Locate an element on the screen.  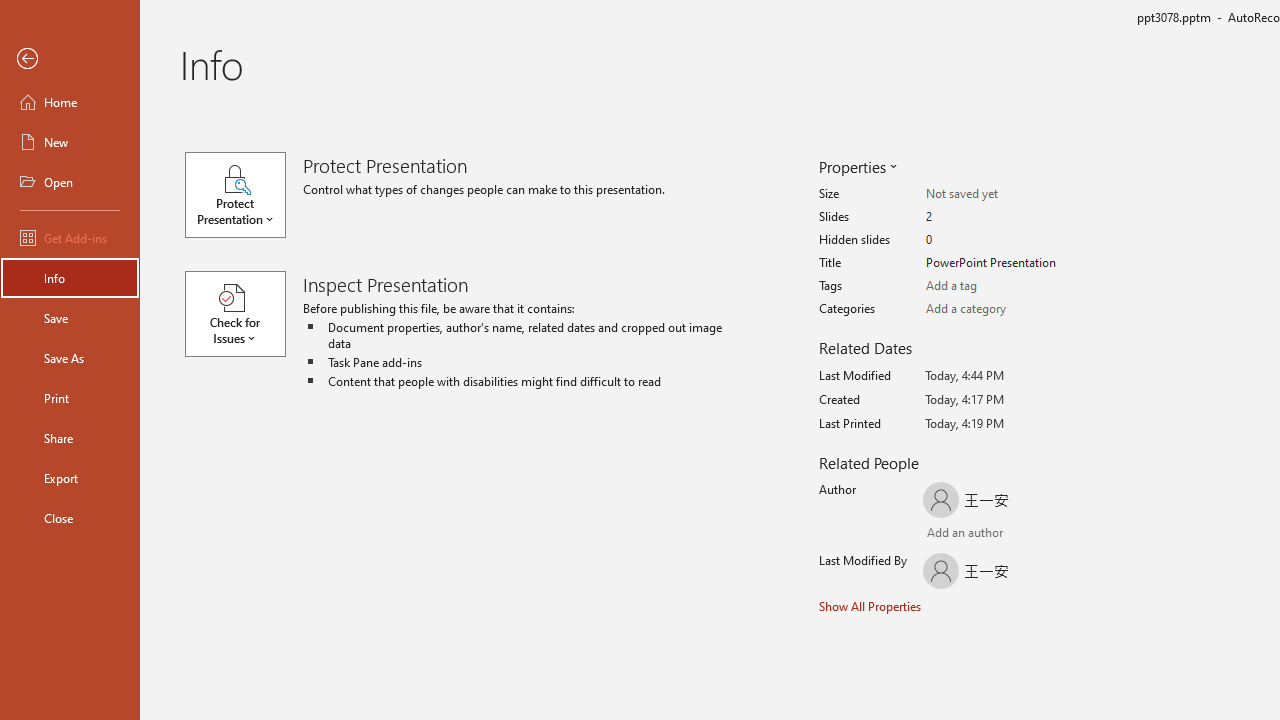
'Save As' is located at coordinates (69, 356).